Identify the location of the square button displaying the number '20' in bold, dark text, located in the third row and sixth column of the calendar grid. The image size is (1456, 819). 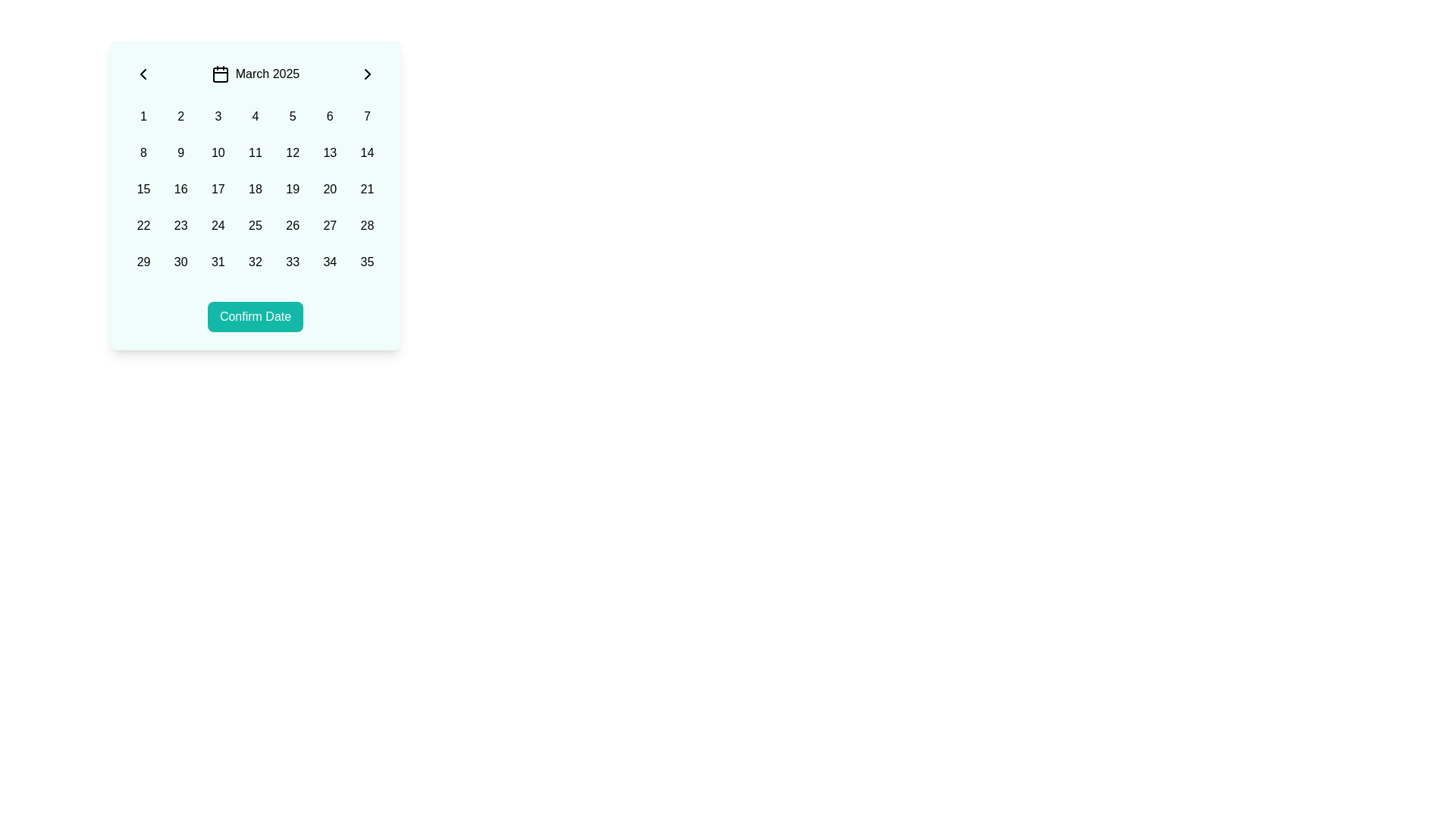
(329, 189).